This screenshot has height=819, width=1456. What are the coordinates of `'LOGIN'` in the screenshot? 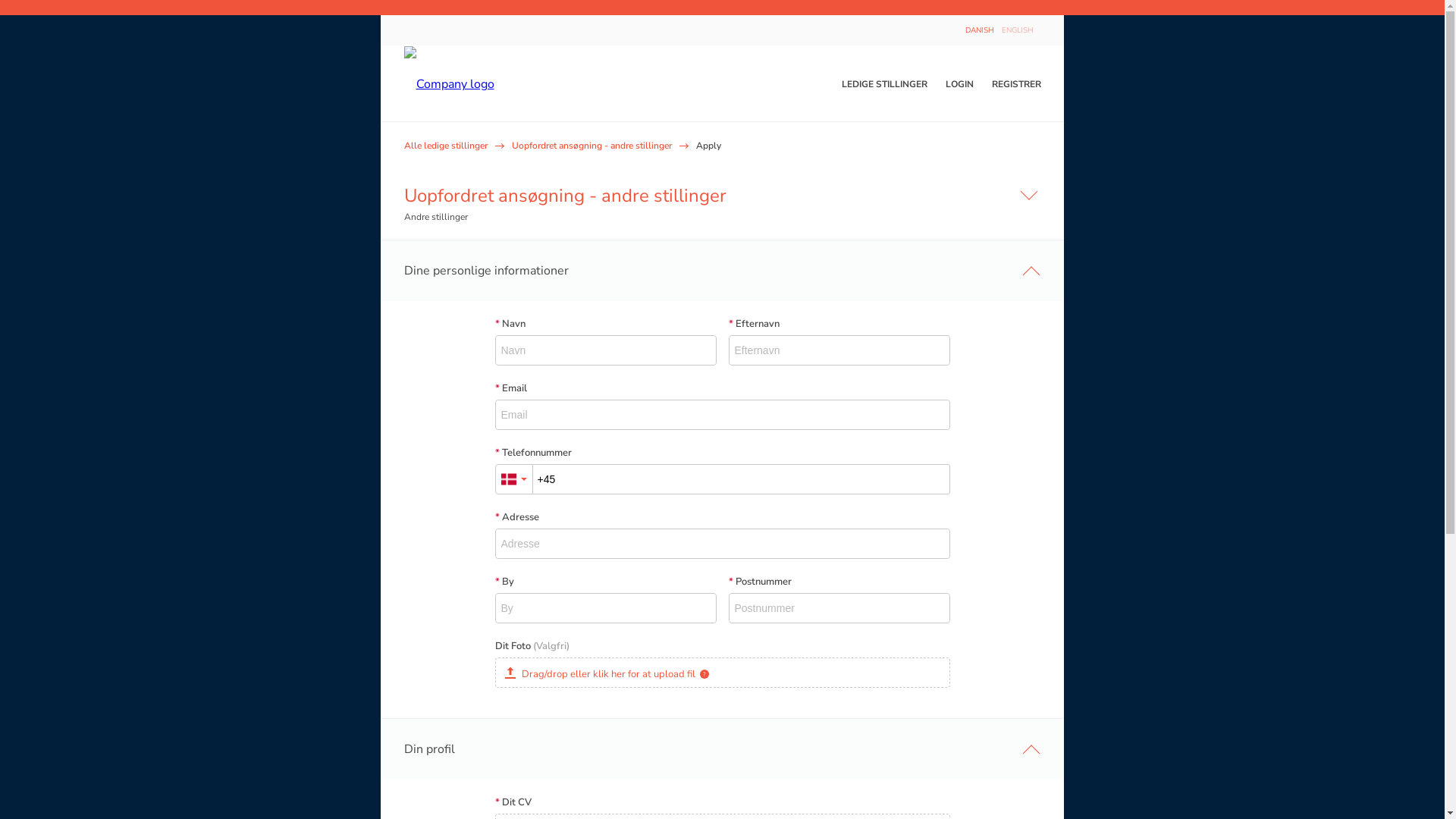 It's located at (958, 84).